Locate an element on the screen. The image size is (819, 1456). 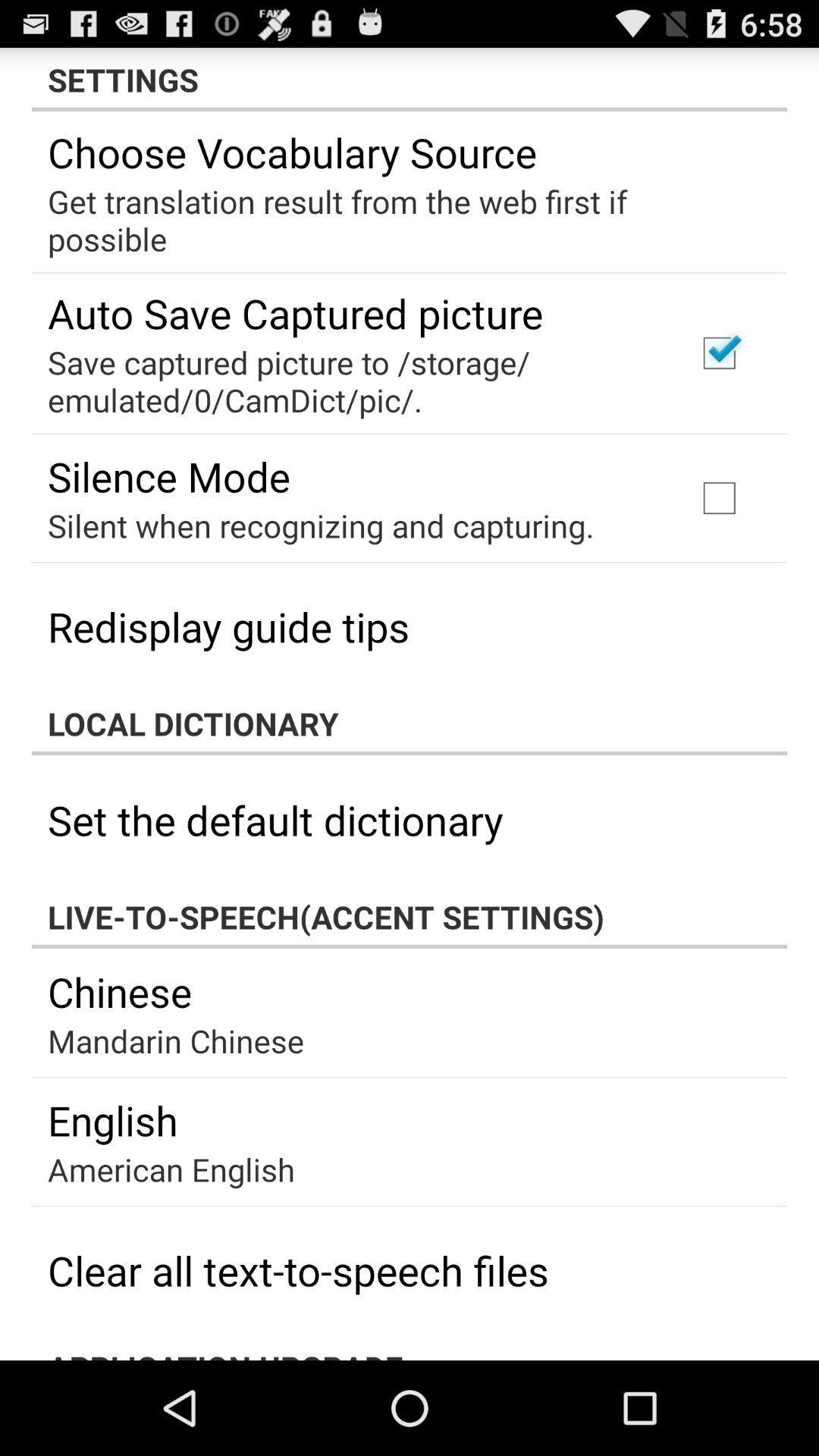
set the default app is located at coordinates (275, 819).